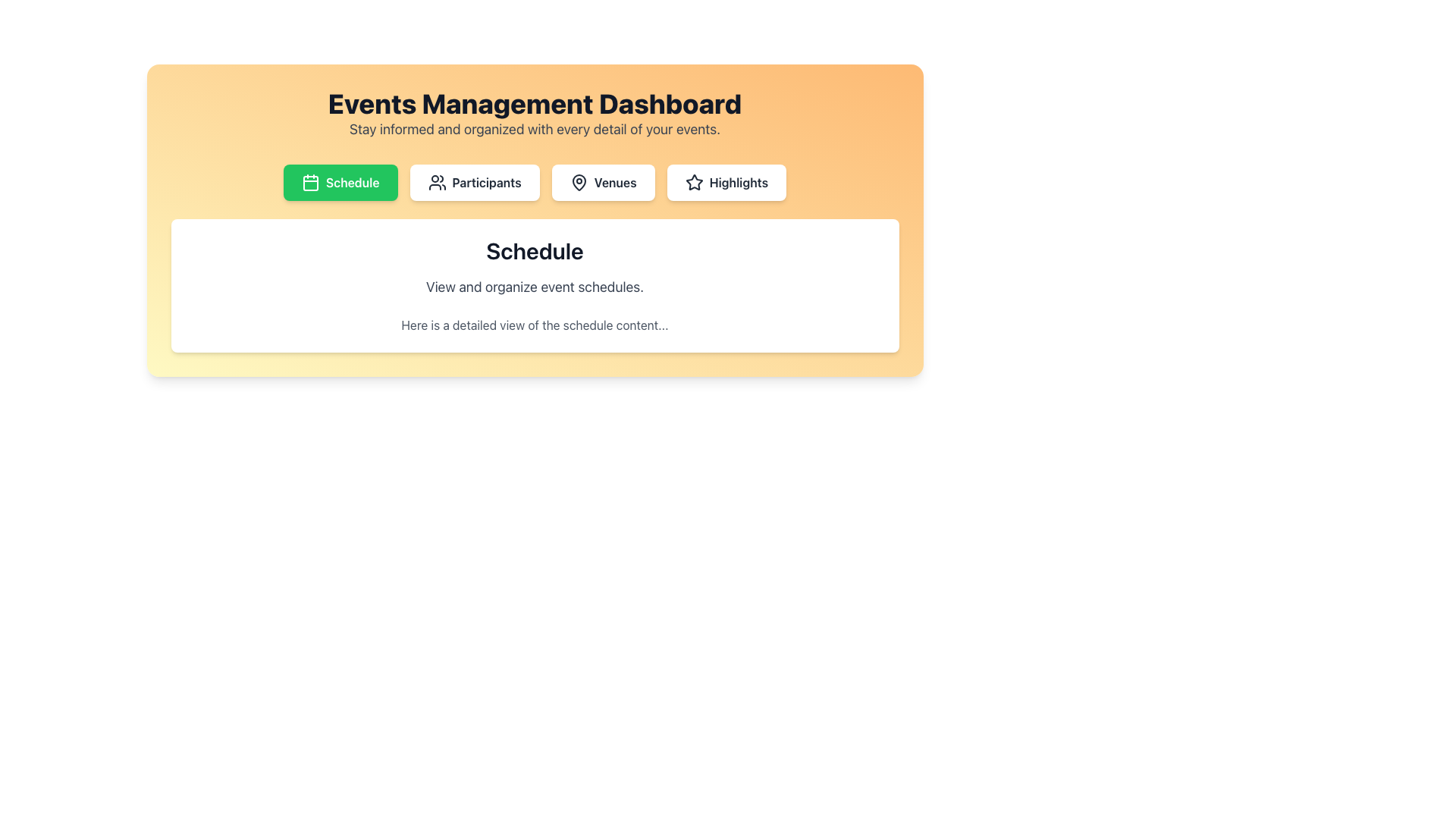  What do you see at coordinates (309, 183) in the screenshot?
I see `the decorative rounded rectangle SVG element located within the calendar icon on the green 'Schedule' button` at bounding box center [309, 183].